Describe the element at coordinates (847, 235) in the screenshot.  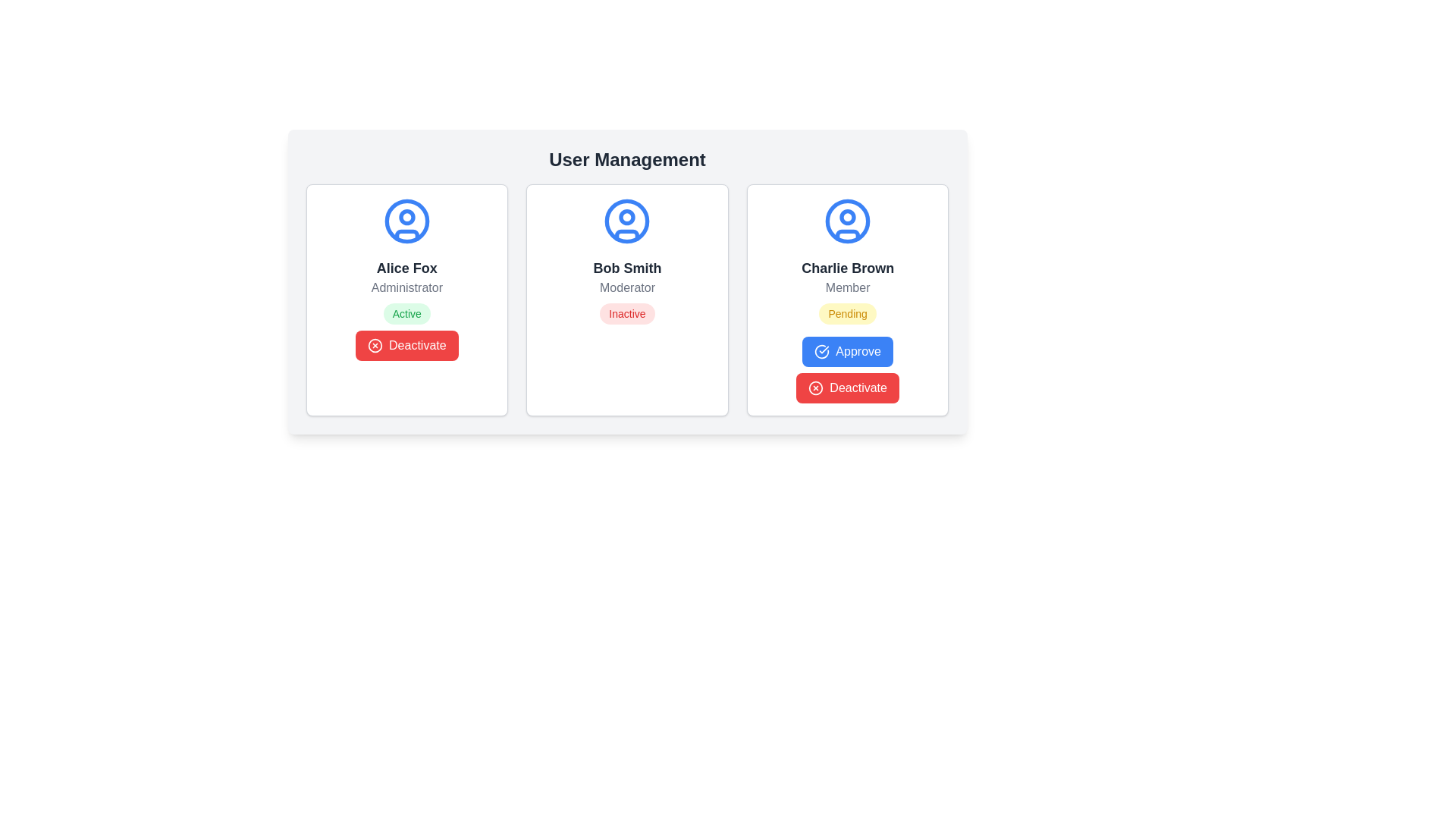
I see `the arc-shaped line graphic that forms the bottom outline of the user avatar icon representing Charlie Brown's profile` at that location.